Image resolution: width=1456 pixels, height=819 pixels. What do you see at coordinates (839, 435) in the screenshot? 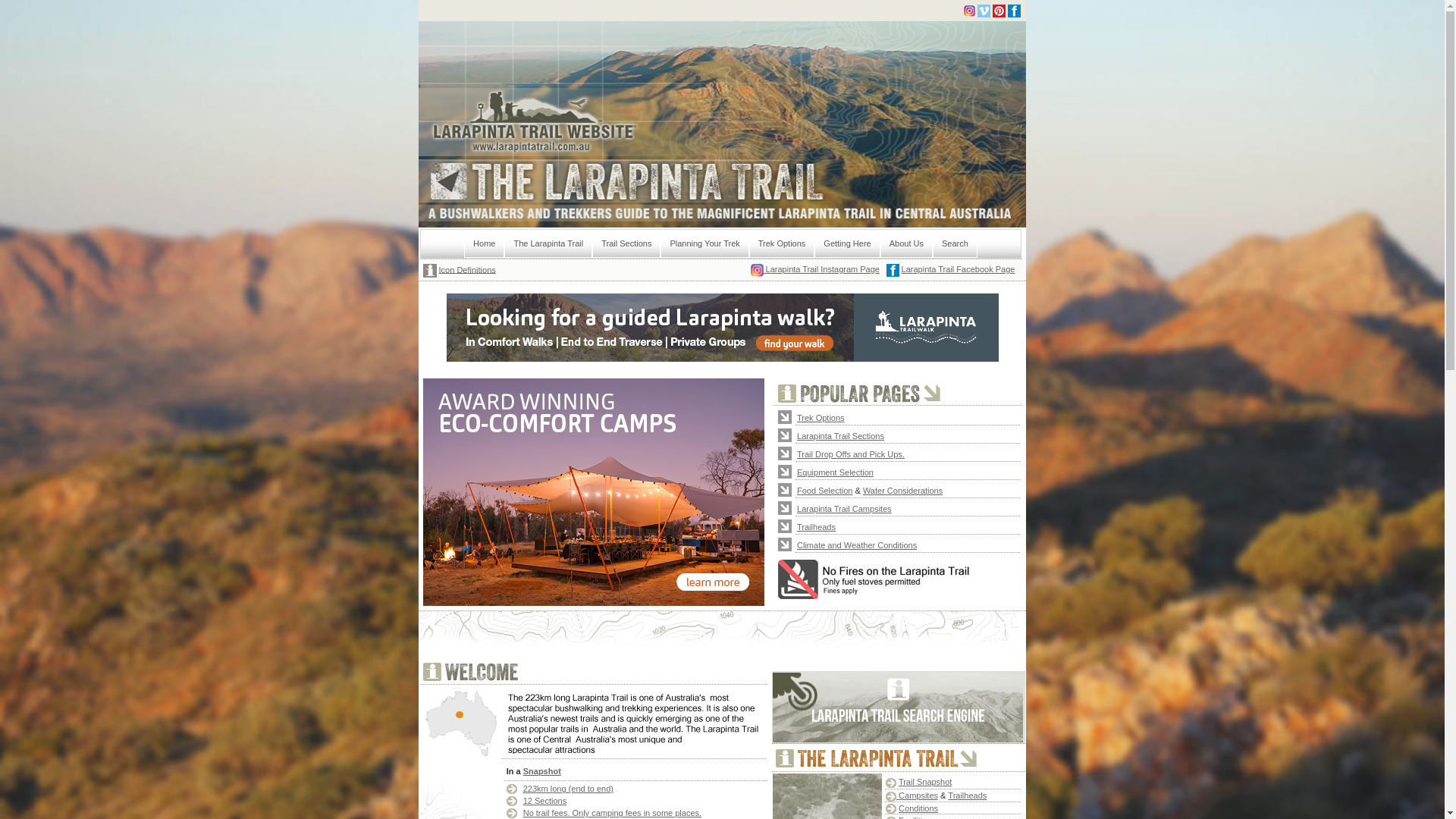
I see `'Larapinta Trail Sections'` at bounding box center [839, 435].